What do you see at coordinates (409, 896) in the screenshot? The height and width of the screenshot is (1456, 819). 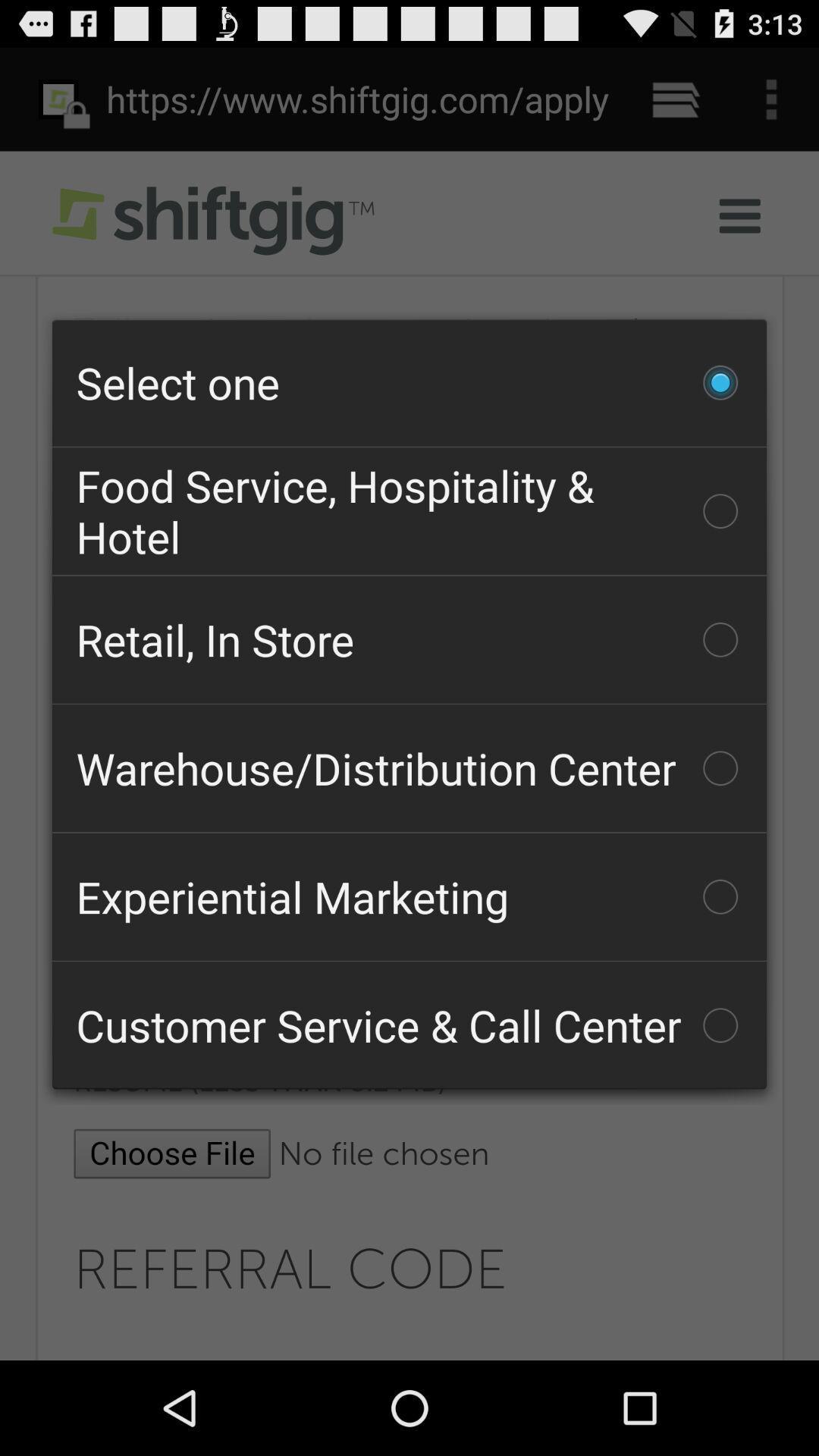 I see `experiential marketing item` at bounding box center [409, 896].